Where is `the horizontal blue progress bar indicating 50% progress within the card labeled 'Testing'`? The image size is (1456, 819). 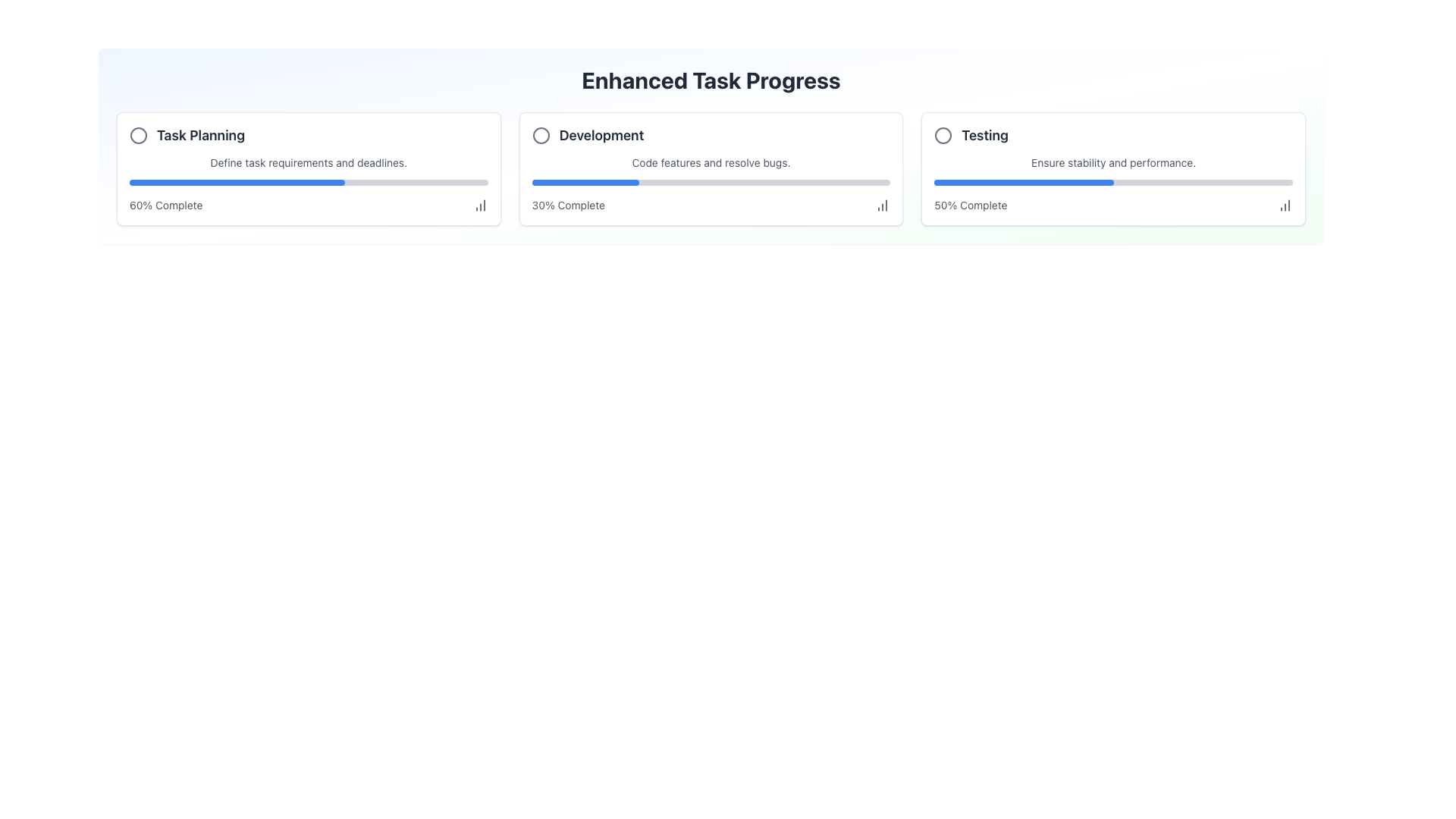
the horizontal blue progress bar indicating 50% progress within the card labeled 'Testing' is located at coordinates (1024, 181).